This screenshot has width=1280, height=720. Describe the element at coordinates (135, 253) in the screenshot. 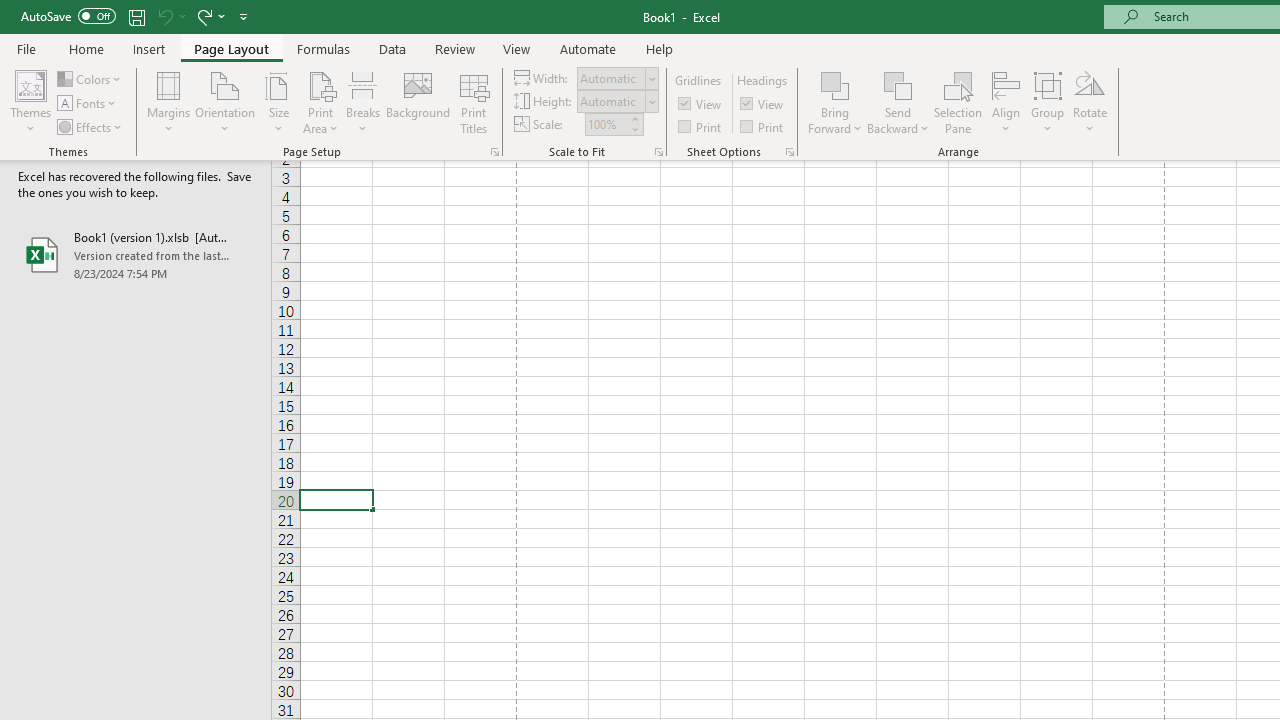

I see `'Book1 (version 1).xlsb  [AutoRecovered]'` at that location.